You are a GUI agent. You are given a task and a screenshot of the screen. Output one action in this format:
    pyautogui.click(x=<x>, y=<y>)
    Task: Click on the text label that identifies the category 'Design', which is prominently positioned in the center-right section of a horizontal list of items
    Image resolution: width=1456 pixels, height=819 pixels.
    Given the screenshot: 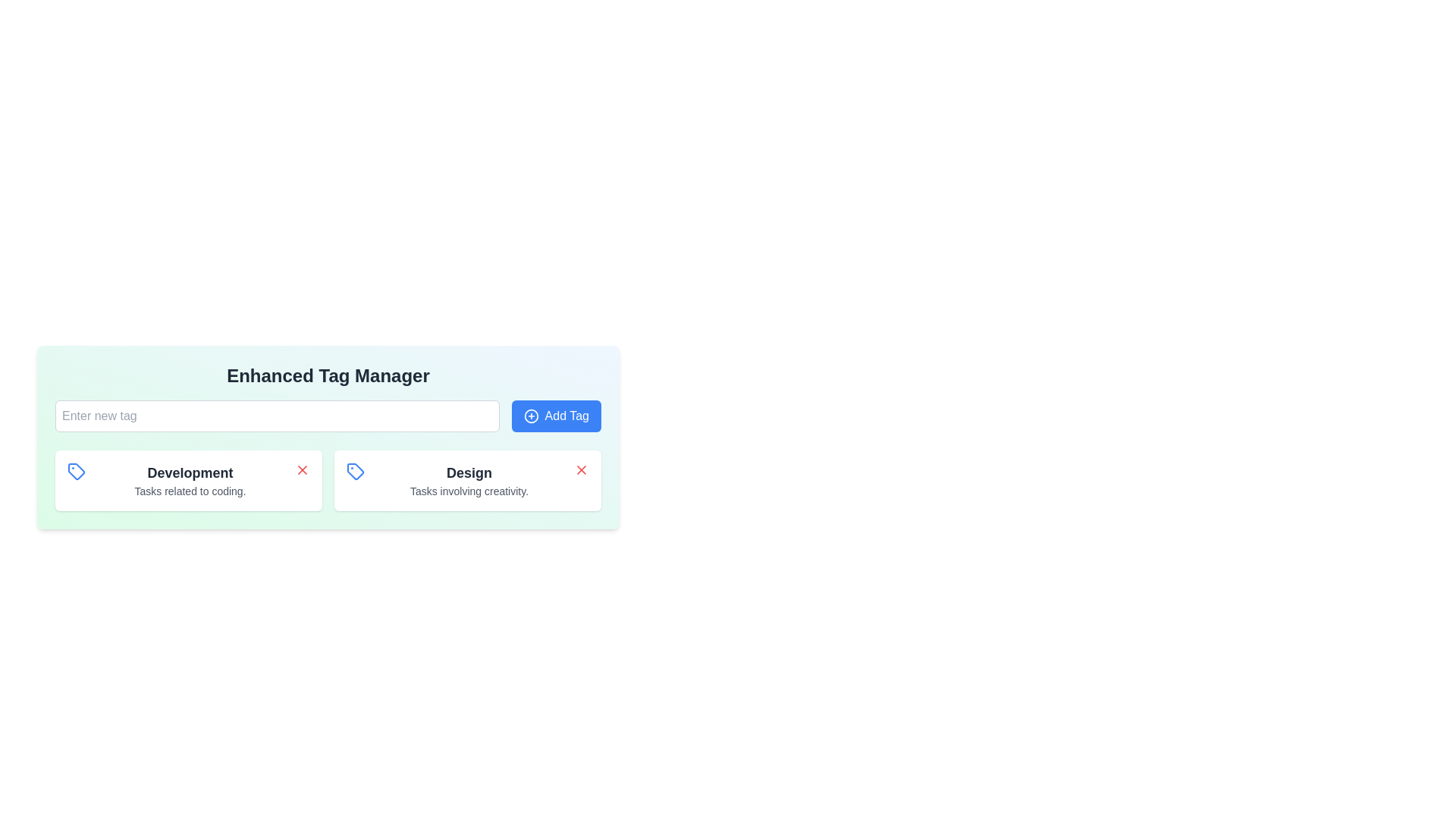 What is the action you would take?
    pyautogui.click(x=469, y=472)
    